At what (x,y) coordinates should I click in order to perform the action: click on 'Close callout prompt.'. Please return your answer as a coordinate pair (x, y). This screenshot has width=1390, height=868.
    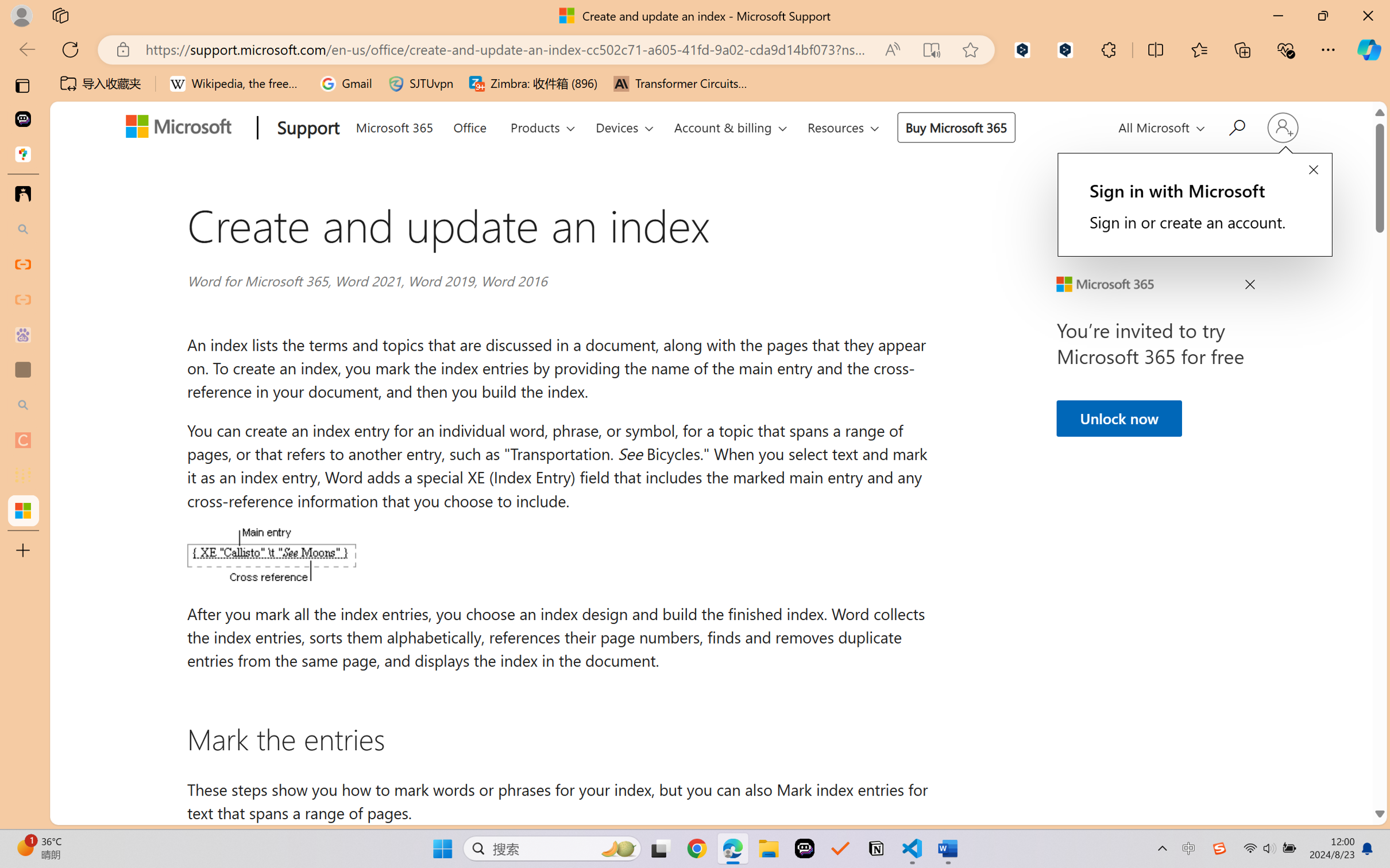
    Looking at the image, I should click on (1312, 171).